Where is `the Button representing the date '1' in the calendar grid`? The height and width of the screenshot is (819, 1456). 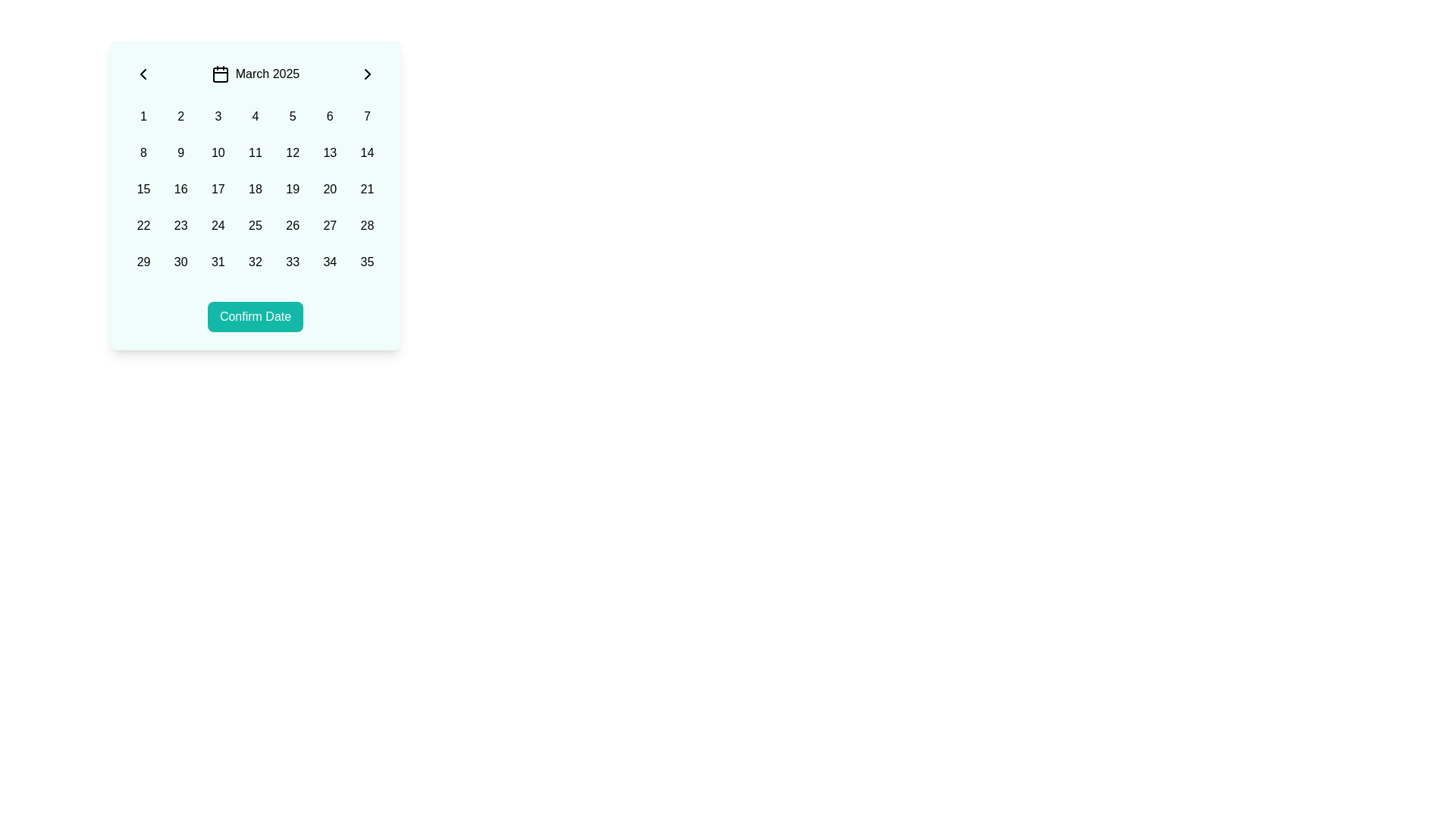
the Button representing the date '1' in the calendar grid is located at coordinates (143, 116).